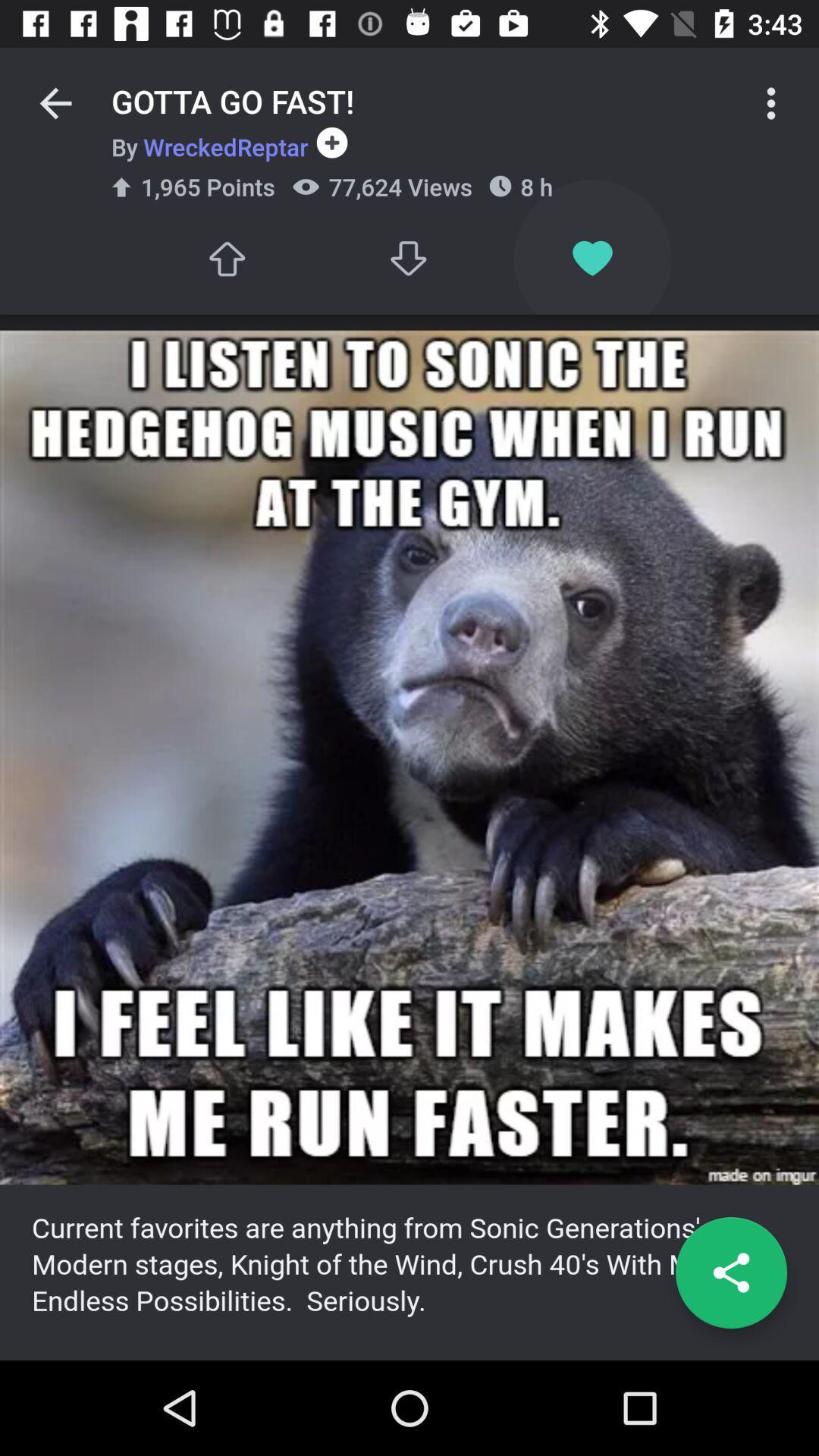  I want to click on upvote this post, so click(226, 259).